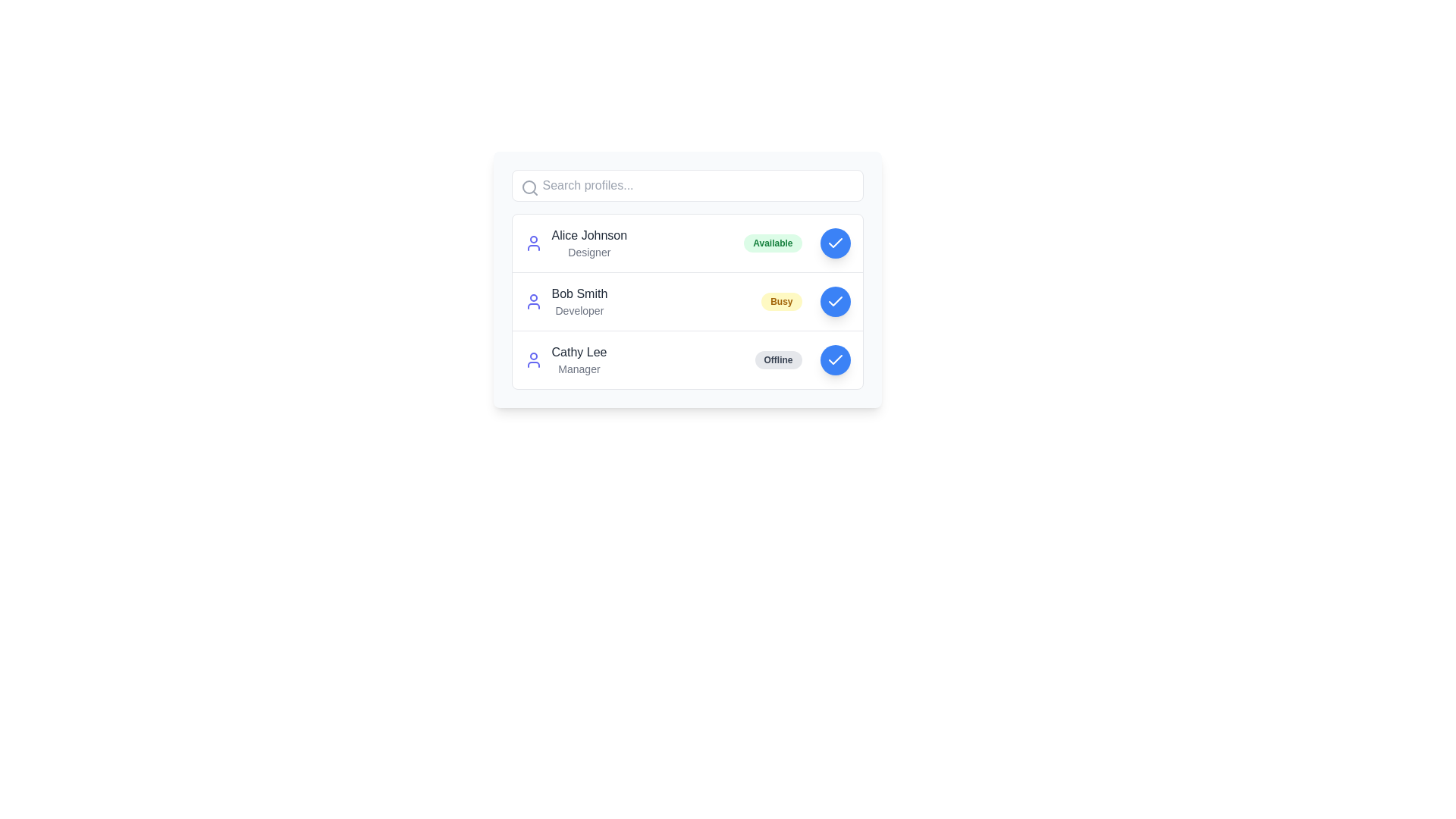  What do you see at coordinates (579, 294) in the screenshot?
I see `the text label displaying the name of the individual in the second row of the user profiles list` at bounding box center [579, 294].